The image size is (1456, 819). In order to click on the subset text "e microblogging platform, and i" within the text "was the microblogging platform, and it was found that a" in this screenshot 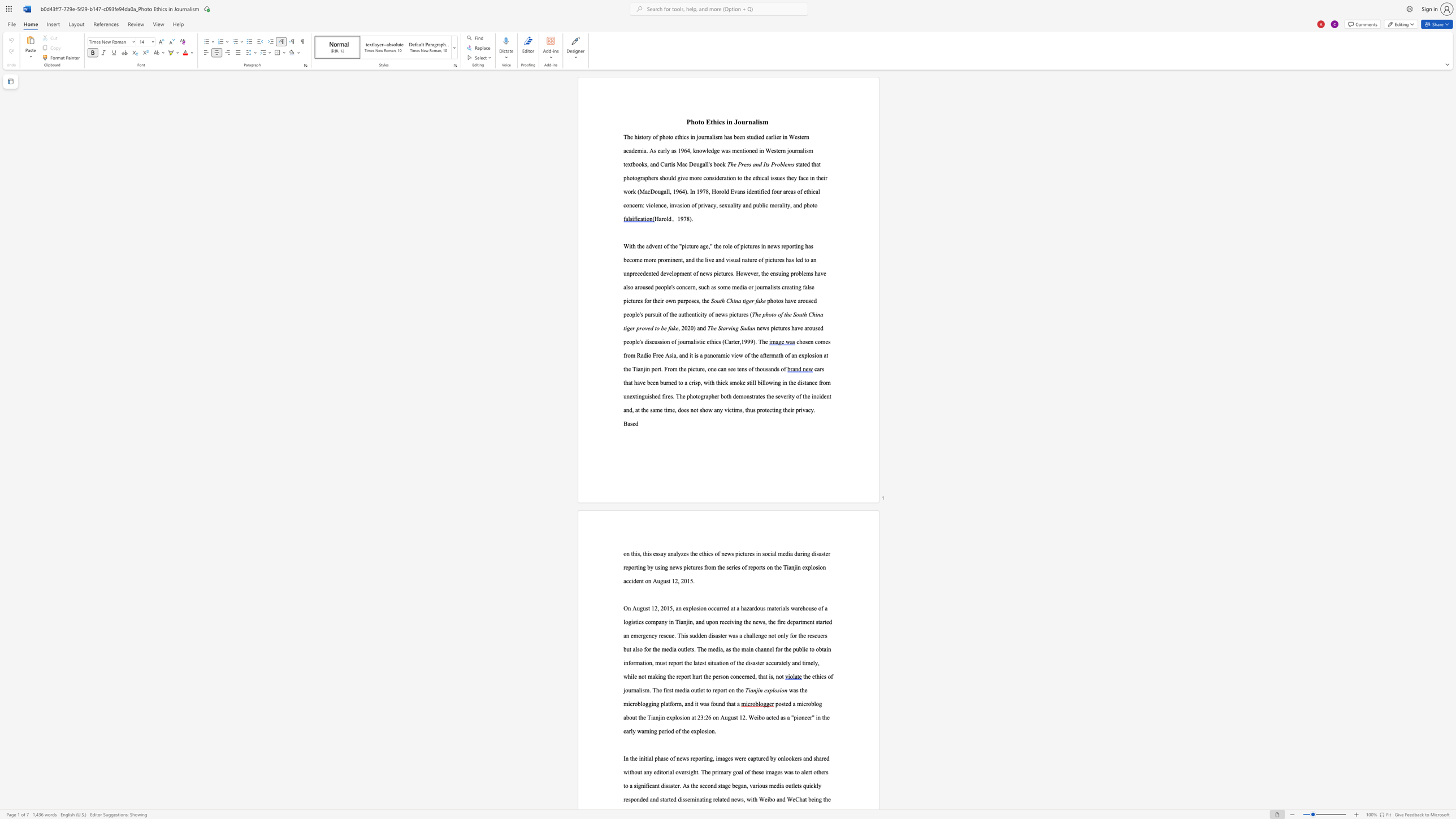, I will do `click(804, 690)`.